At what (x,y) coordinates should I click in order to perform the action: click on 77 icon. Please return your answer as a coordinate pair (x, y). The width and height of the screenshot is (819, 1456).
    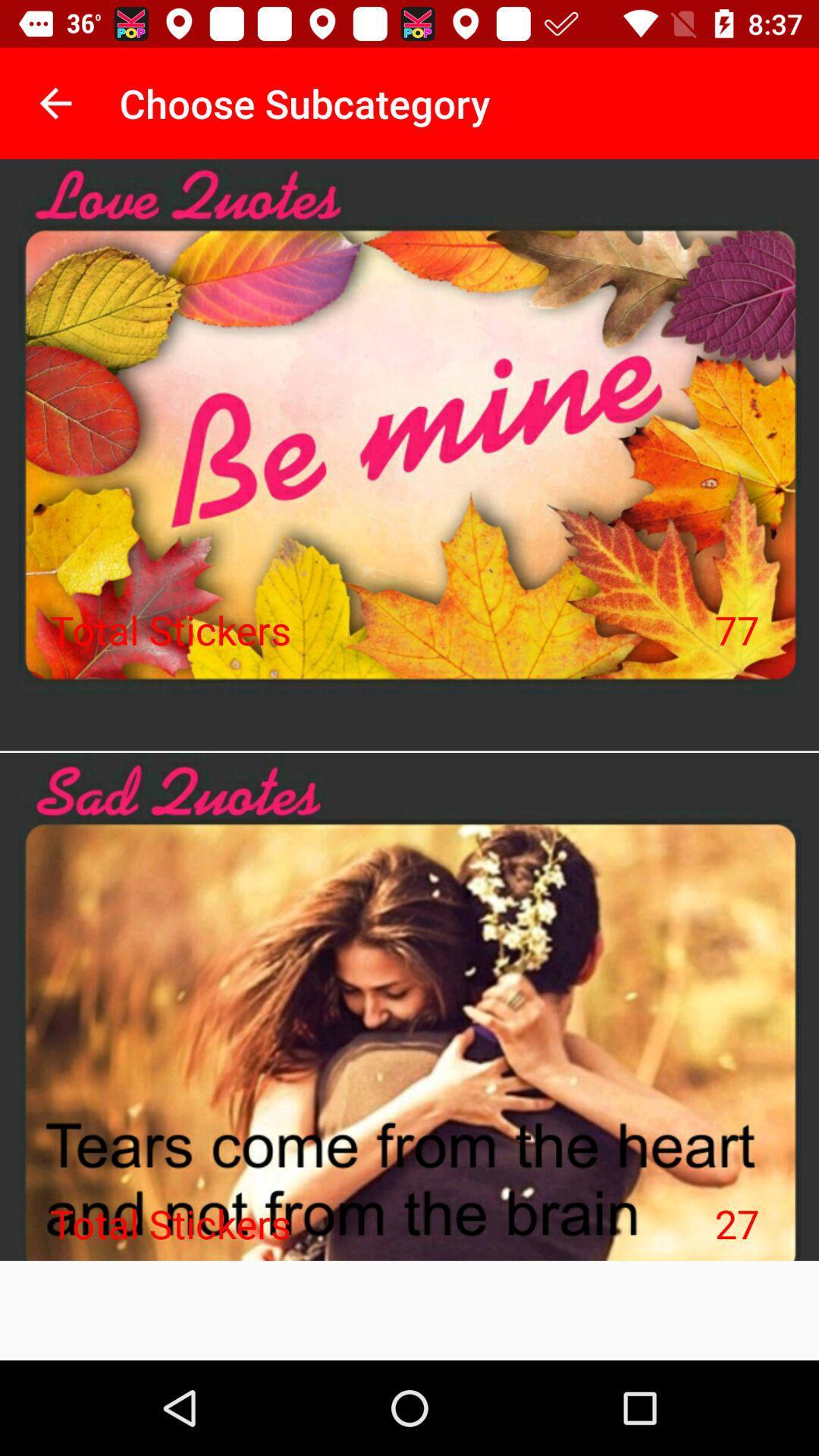
    Looking at the image, I should click on (736, 629).